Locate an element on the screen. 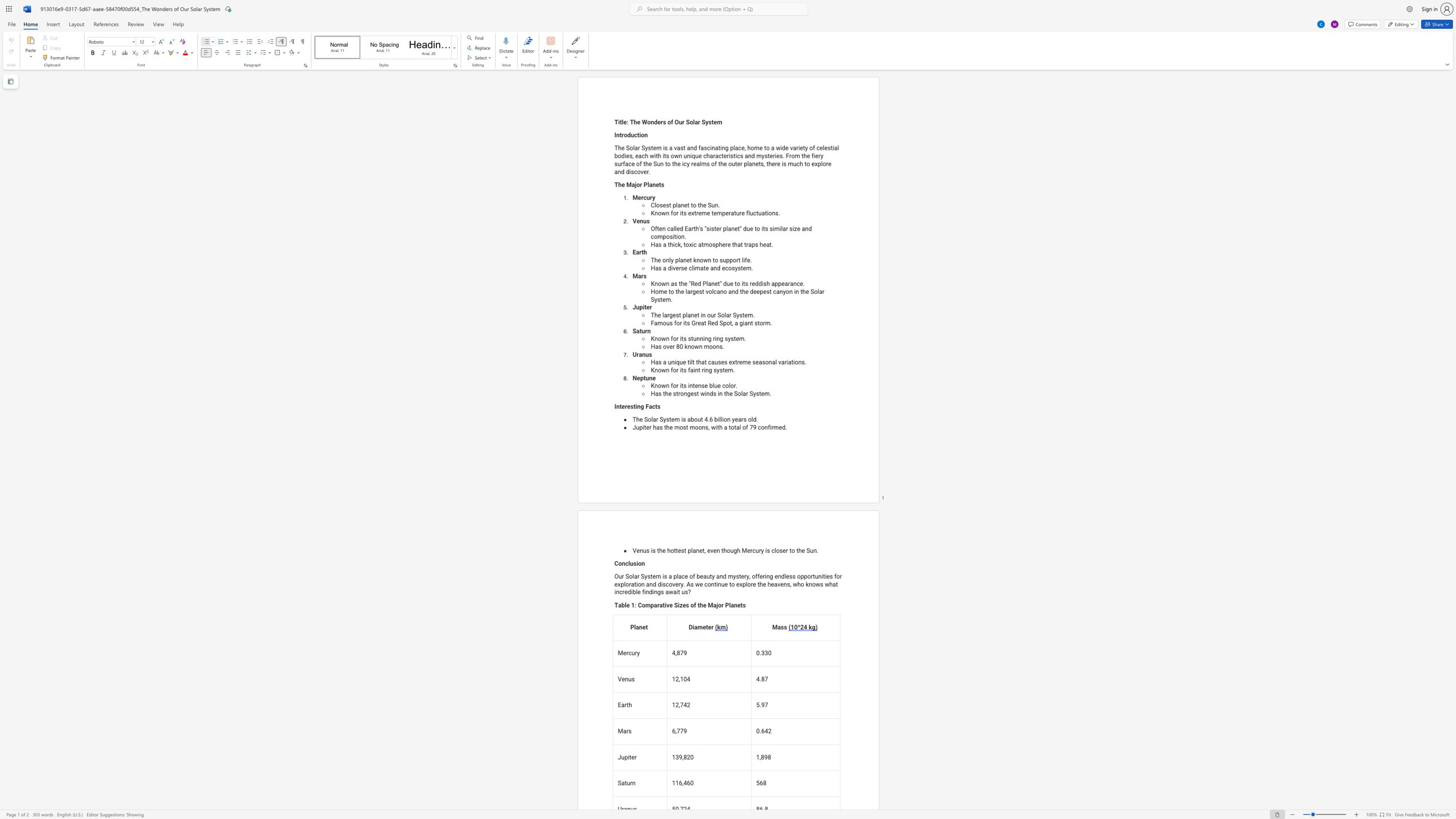  the 2th character "r" in the text is located at coordinates (714, 315).